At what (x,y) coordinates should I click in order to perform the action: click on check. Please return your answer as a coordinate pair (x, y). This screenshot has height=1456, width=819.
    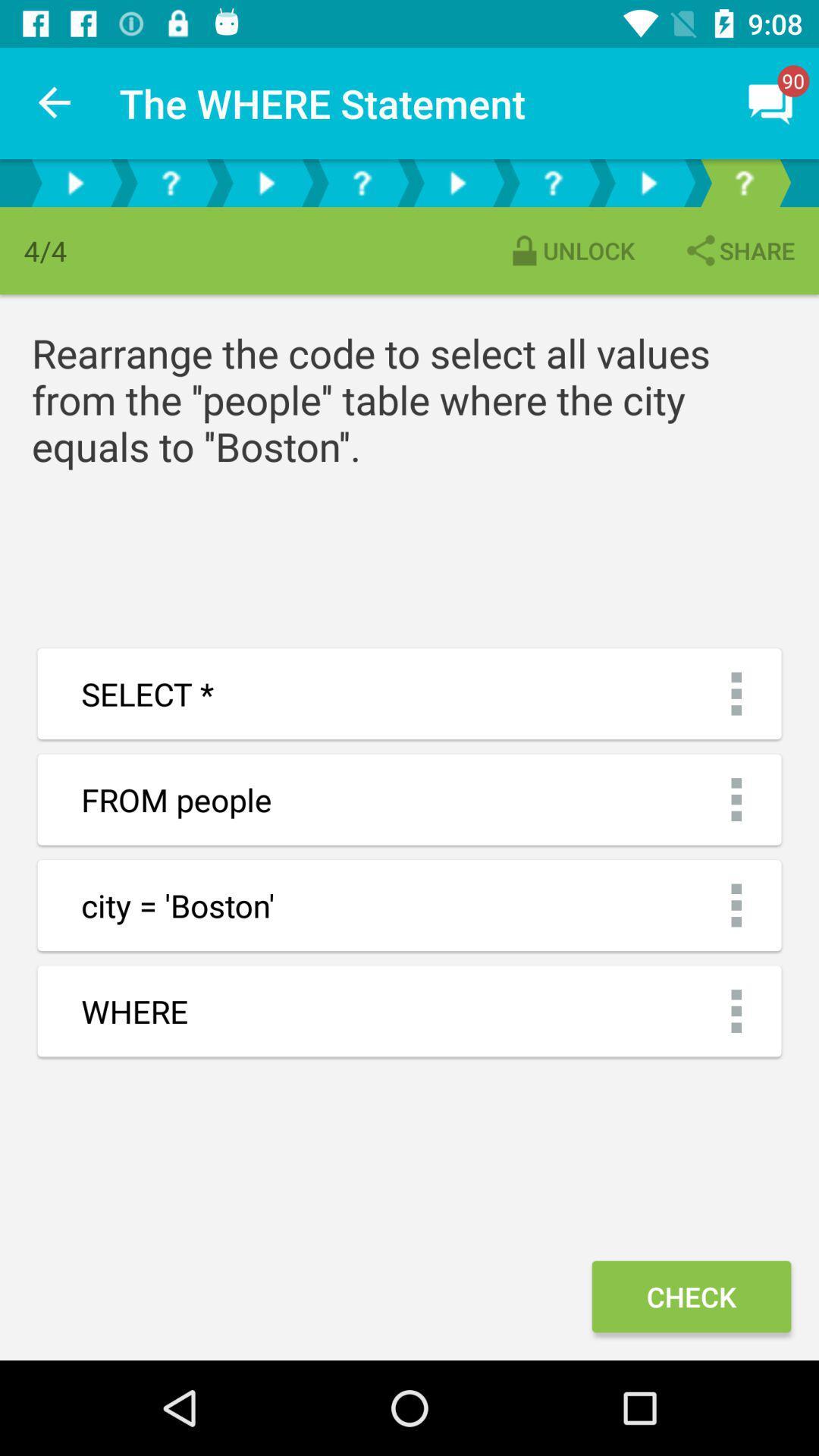
    Looking at the image, I should click on (691, 1295).